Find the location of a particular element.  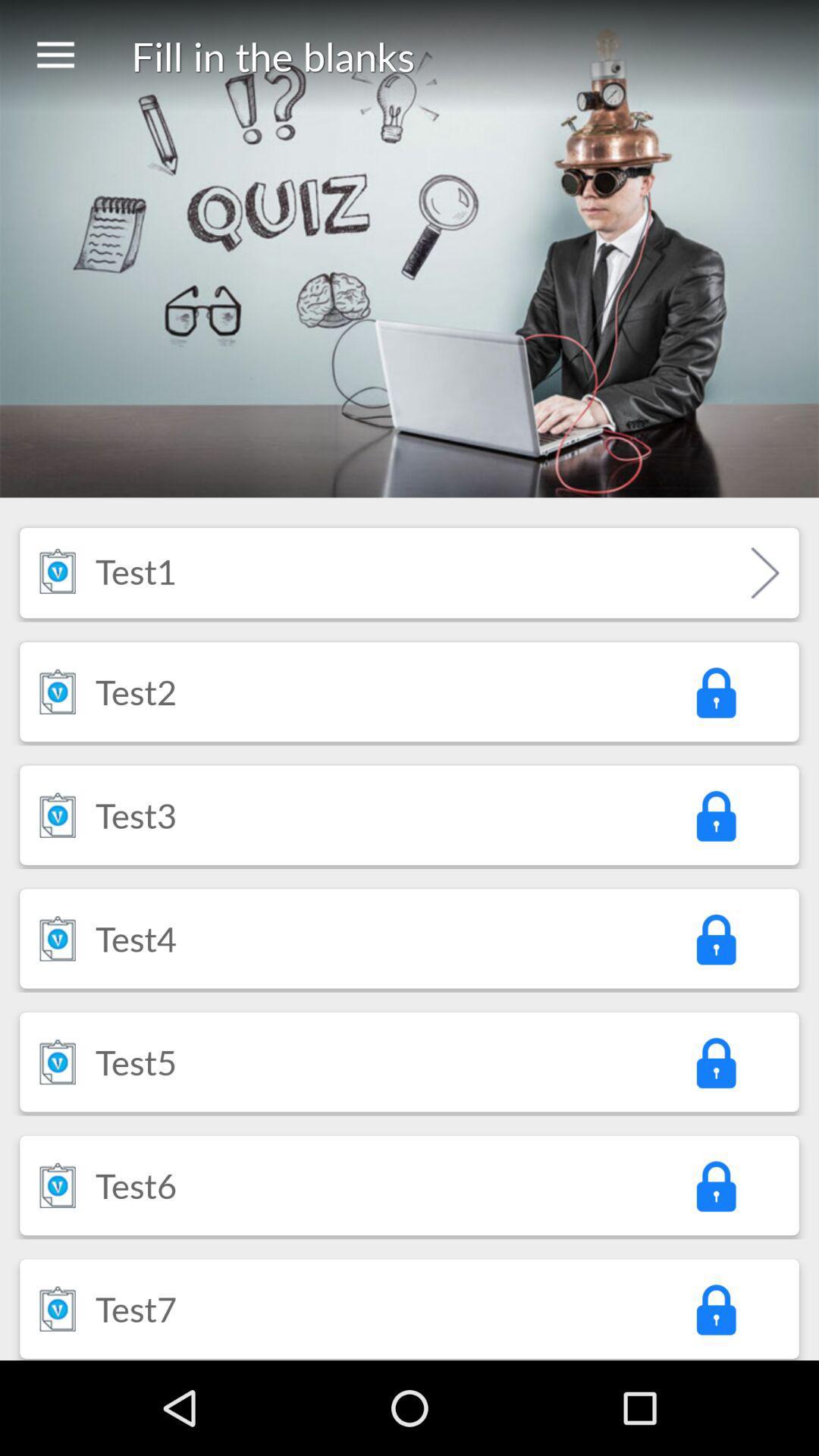

test4 is located at coordinates (135, 937).